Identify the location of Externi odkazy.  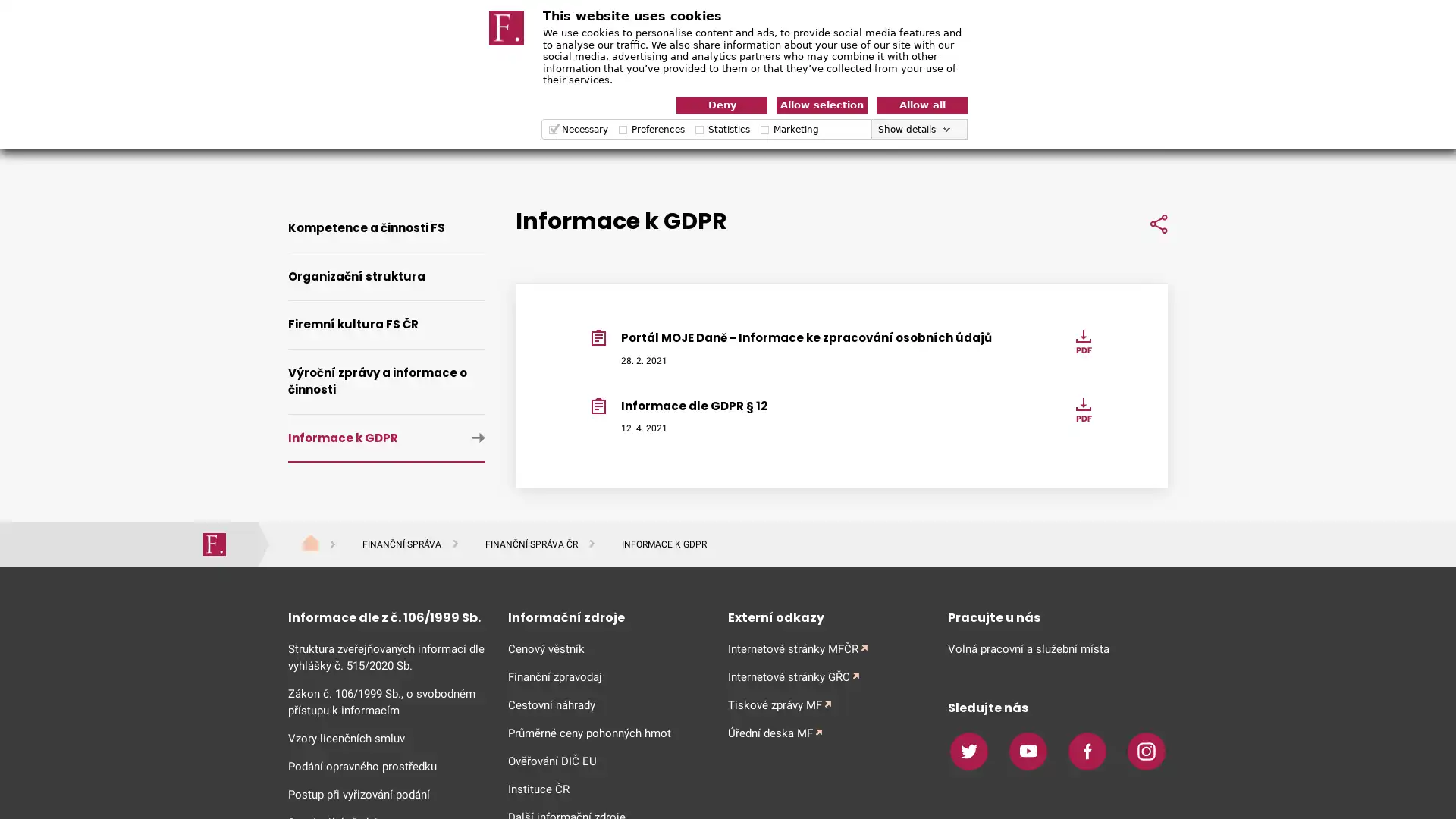
(825, 617).